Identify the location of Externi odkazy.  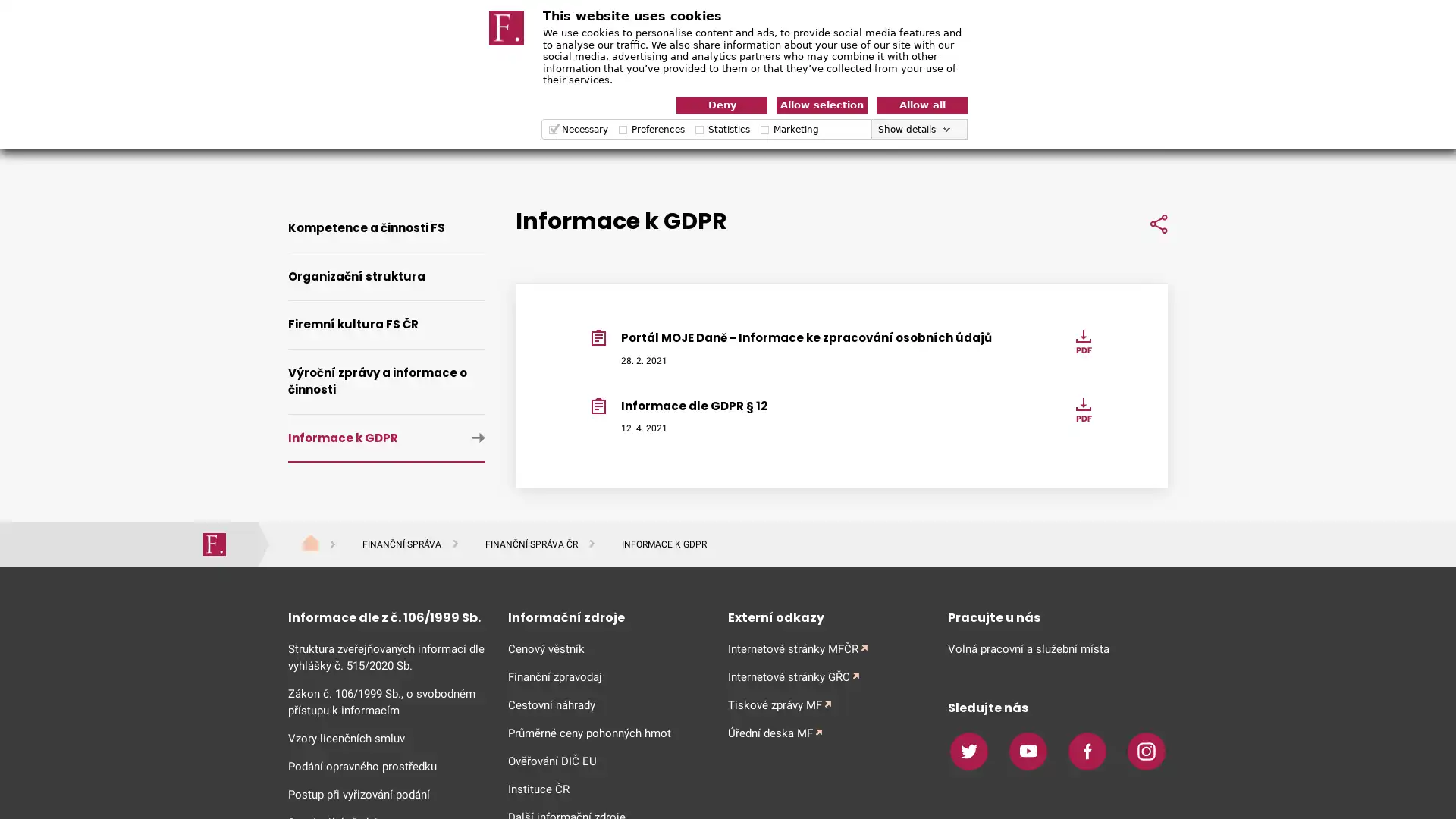
(825, 617).